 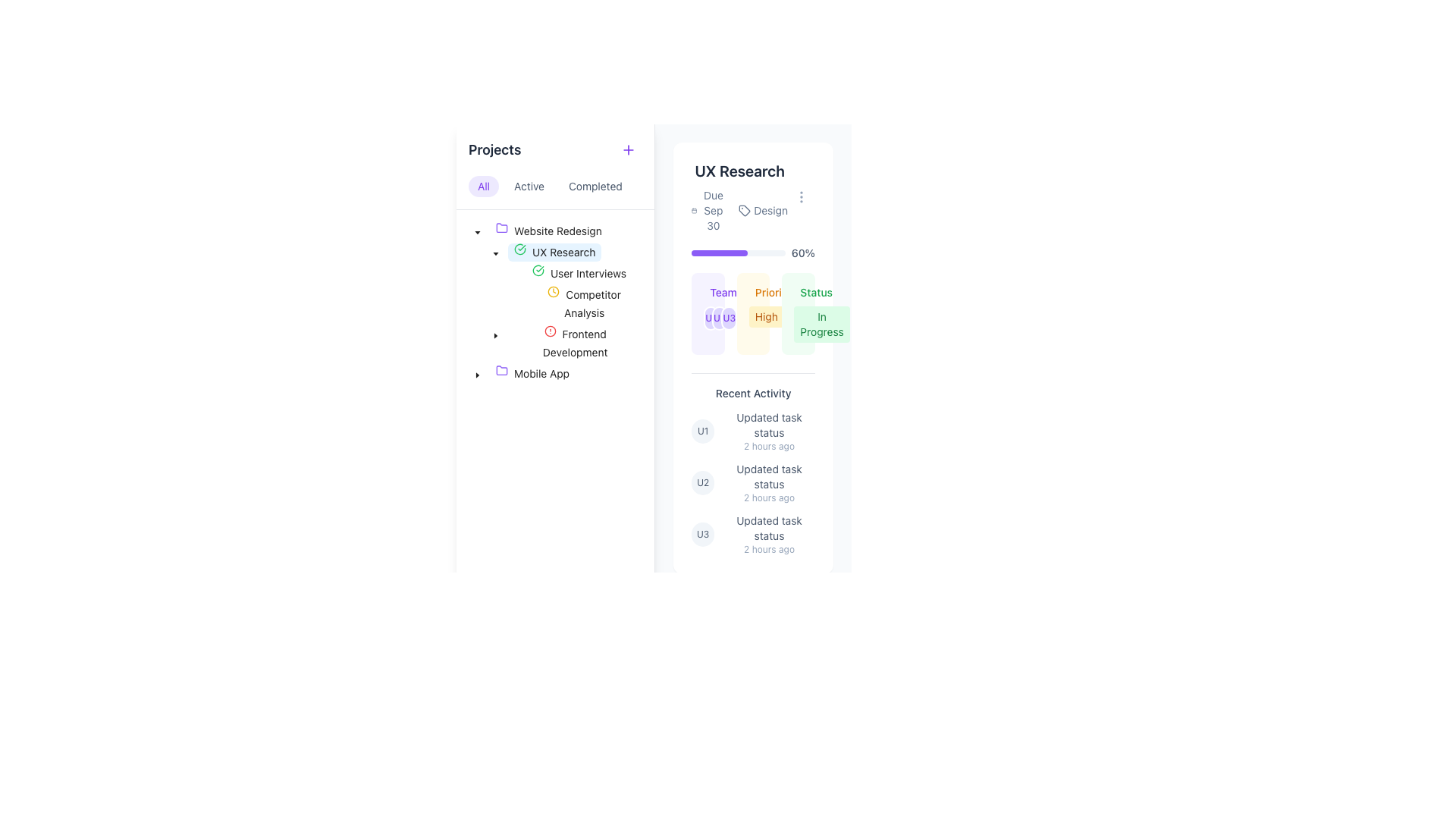 What do you see at coordinates (505, 374) in the screenshot?
I see `the purple-colored folder icon located to the left of the 'Mobile App' text in the Projects section of the hierarchical tree structure` at bounding box center [505, 374].